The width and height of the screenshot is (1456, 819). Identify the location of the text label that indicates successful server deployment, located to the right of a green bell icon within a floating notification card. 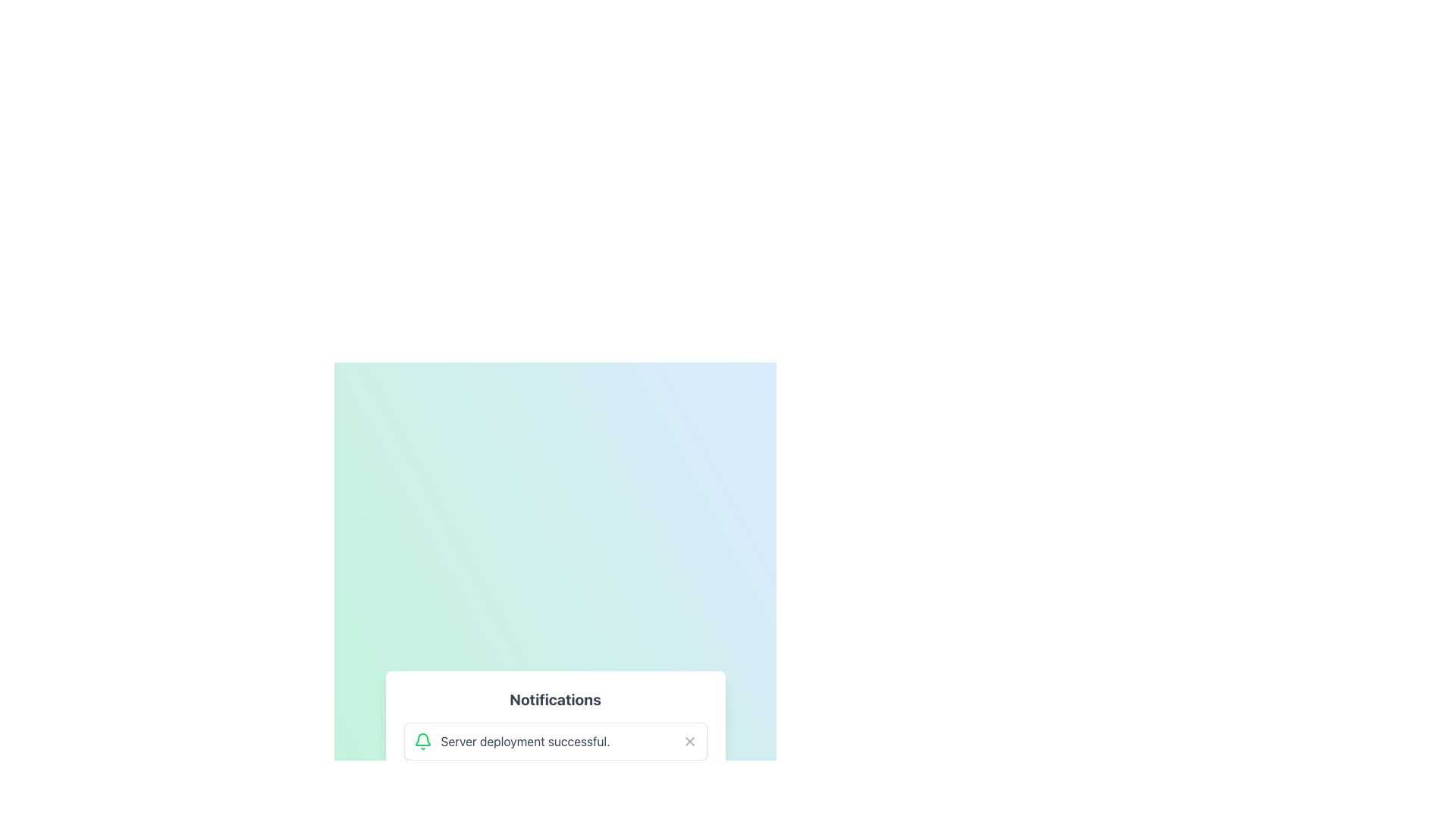
(526, 741).